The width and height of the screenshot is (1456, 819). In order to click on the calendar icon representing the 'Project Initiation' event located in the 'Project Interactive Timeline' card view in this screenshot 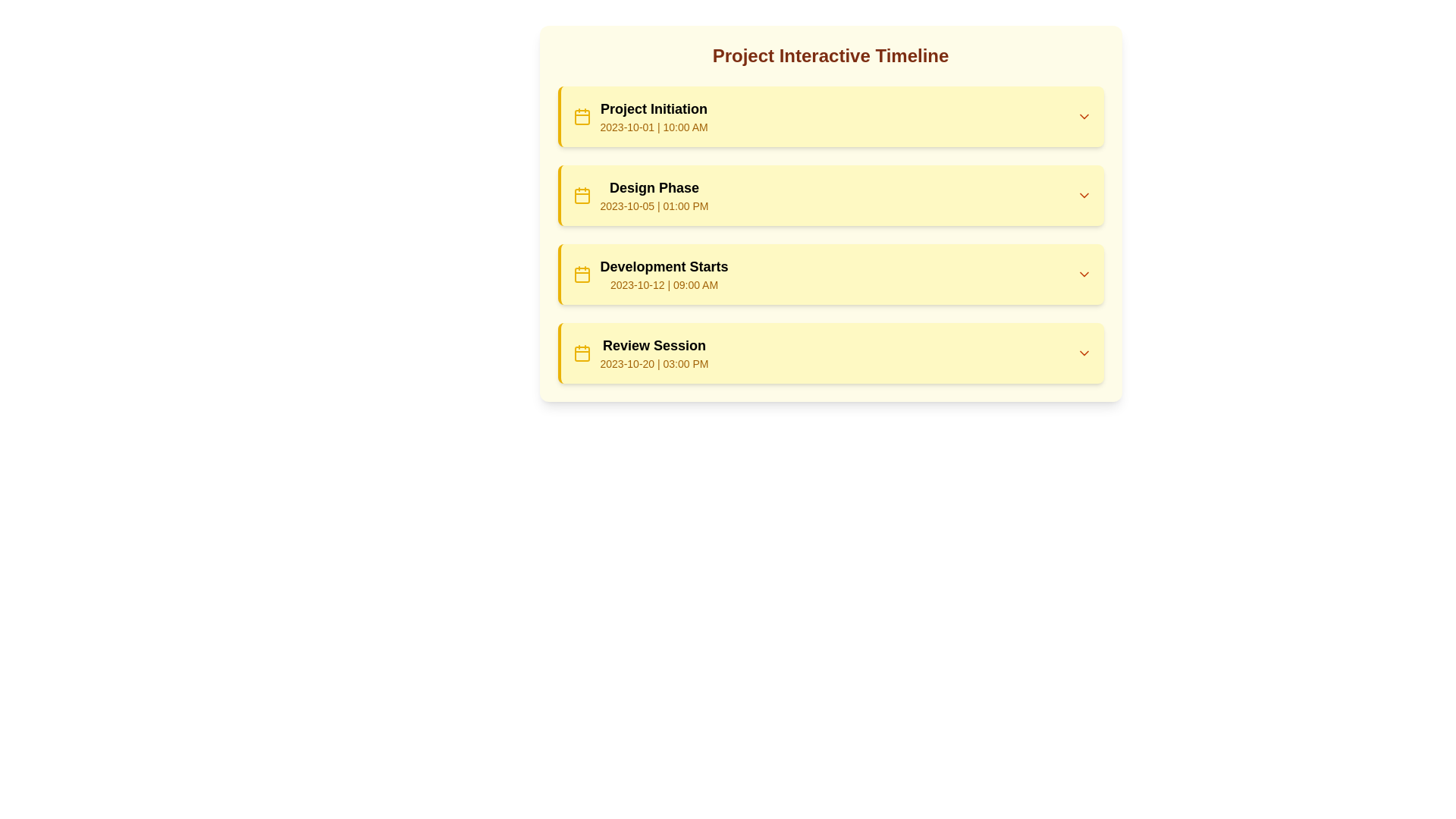, I will do `click(581, 116)`.